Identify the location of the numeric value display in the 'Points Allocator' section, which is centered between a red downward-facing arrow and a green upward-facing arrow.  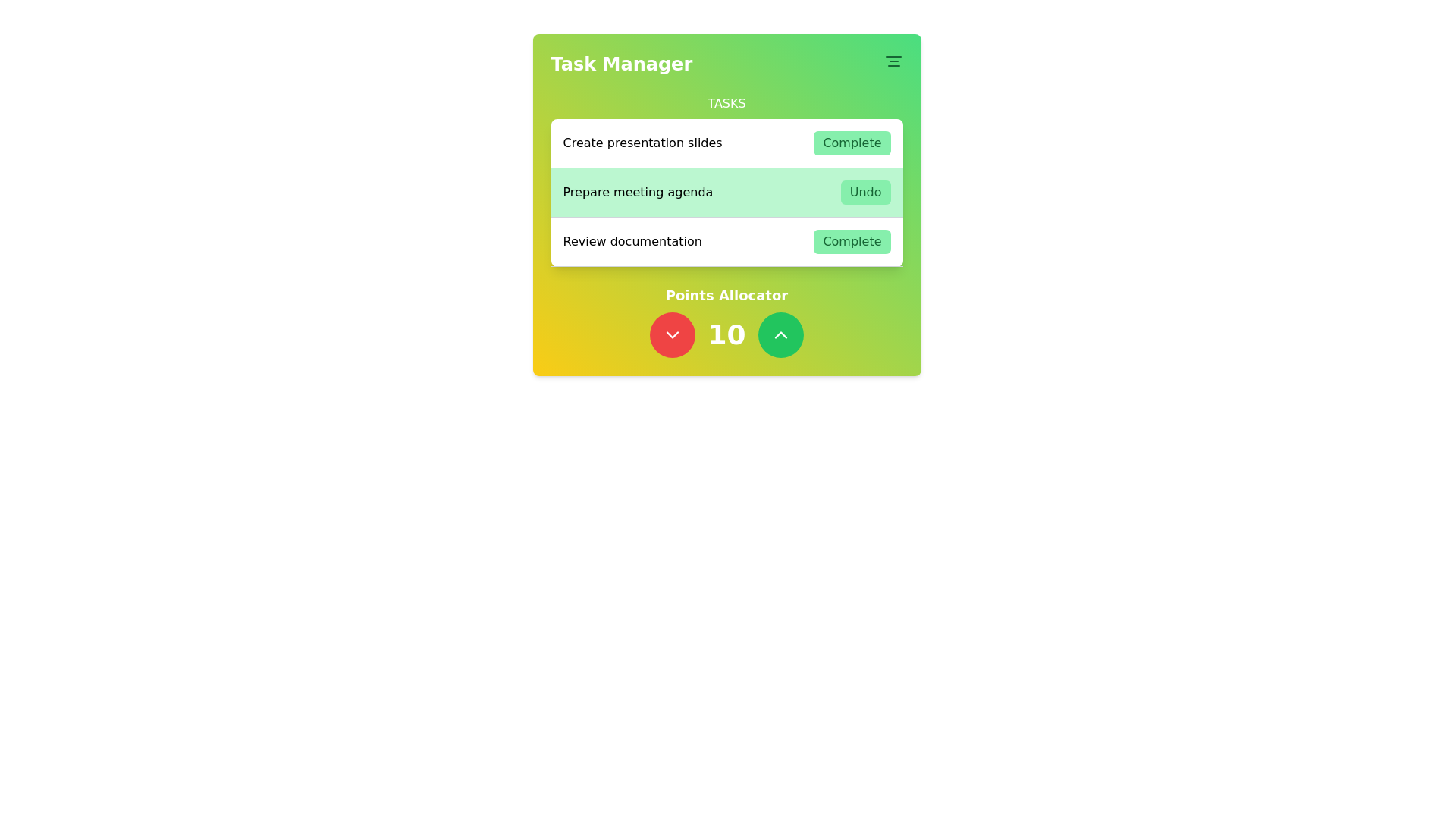
(726, 334).